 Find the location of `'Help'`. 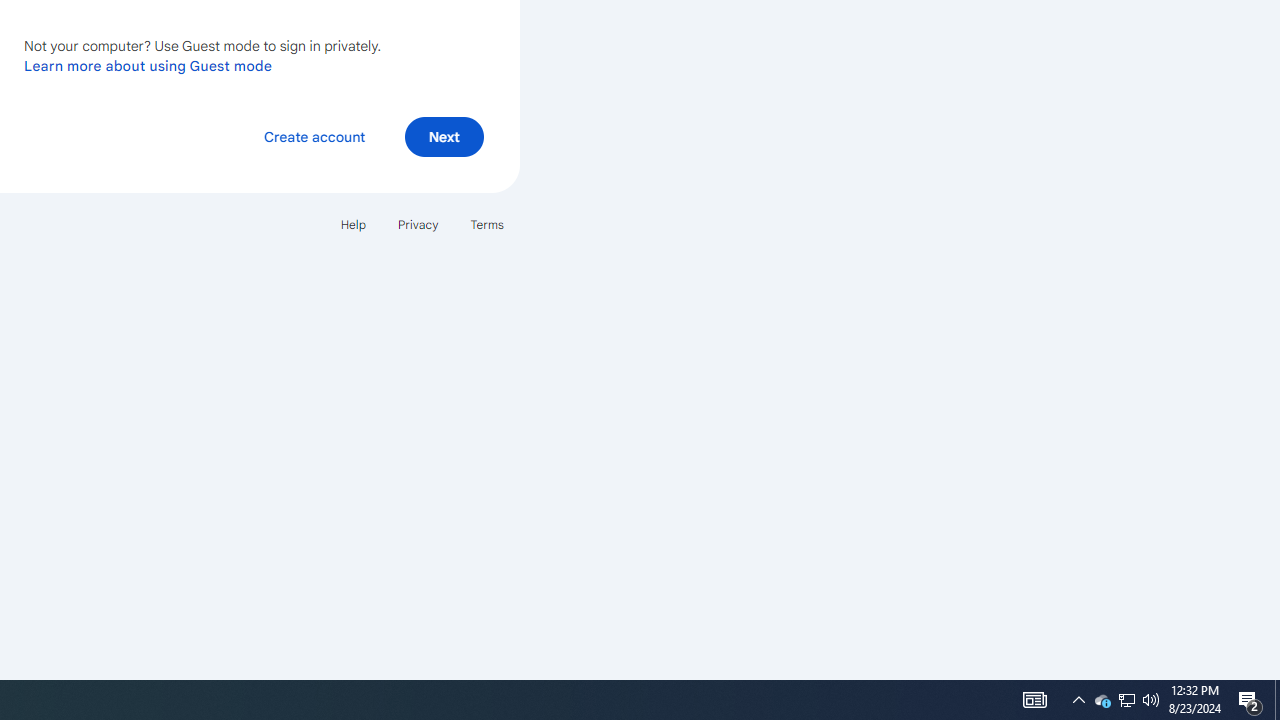

'Help' is located at coordinates (352, 224).